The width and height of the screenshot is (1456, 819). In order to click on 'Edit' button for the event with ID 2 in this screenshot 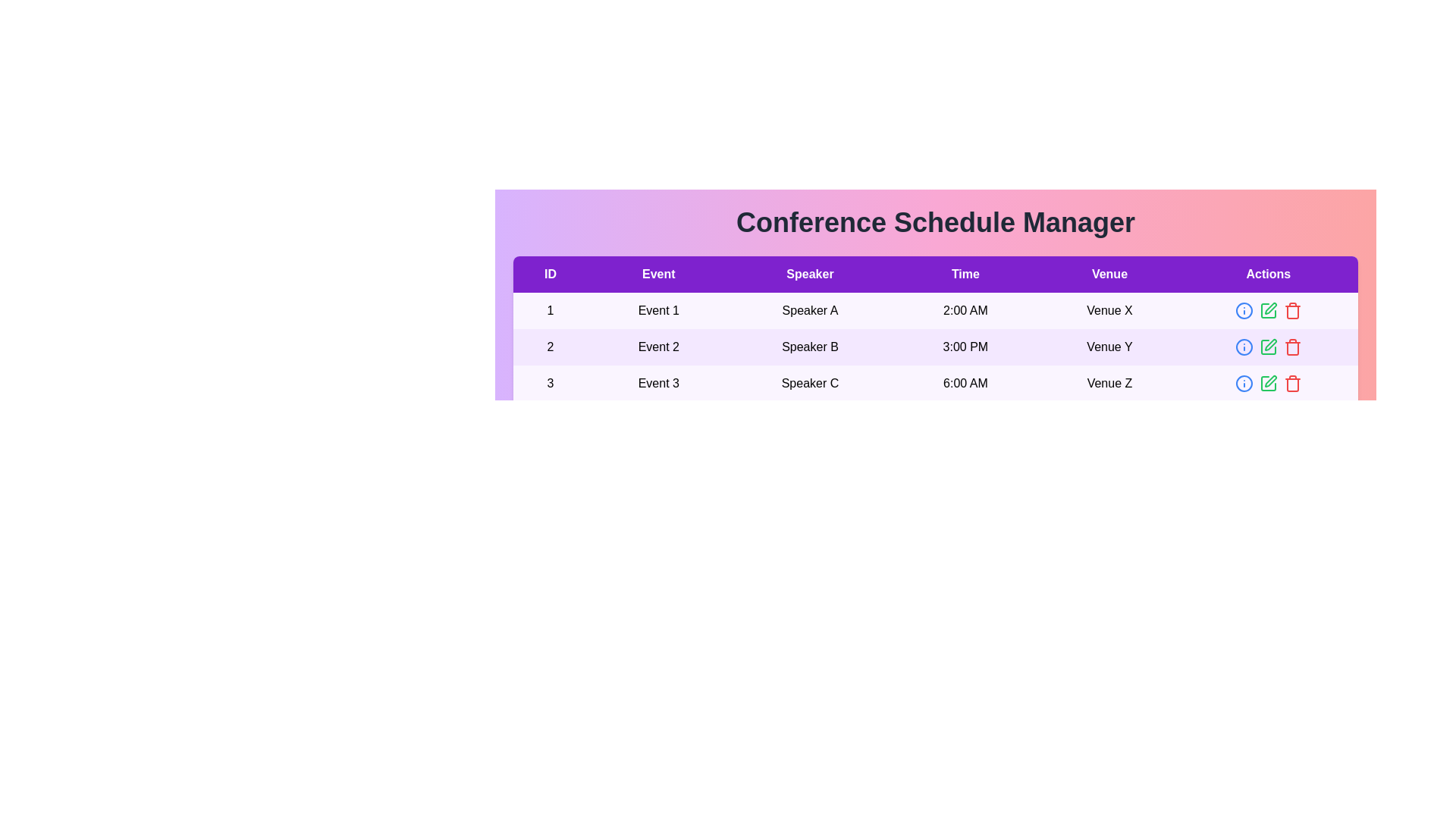, I will do `click(1268, 347)`.